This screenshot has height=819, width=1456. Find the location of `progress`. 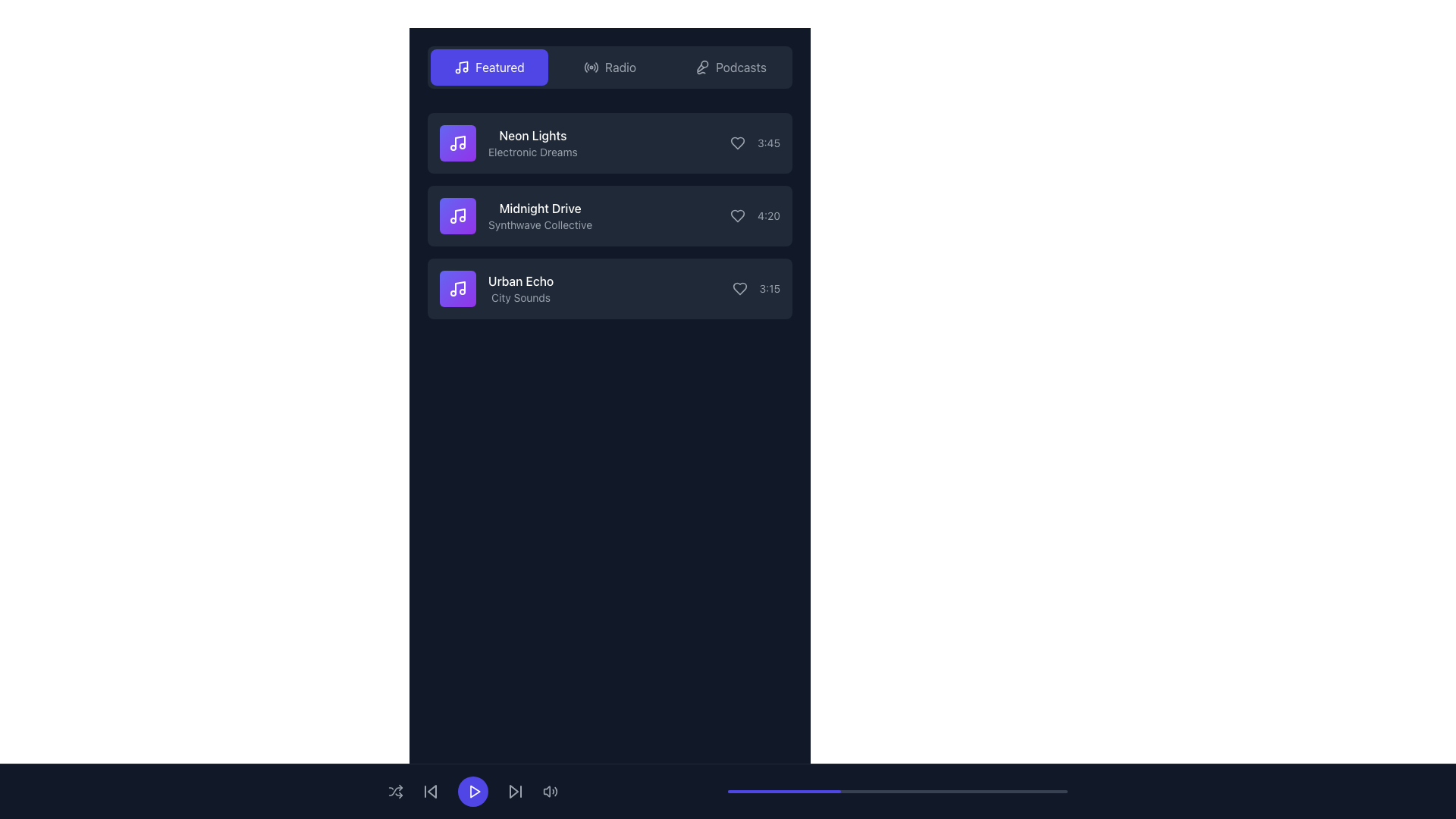

progress is located at coordinates (948, 791).